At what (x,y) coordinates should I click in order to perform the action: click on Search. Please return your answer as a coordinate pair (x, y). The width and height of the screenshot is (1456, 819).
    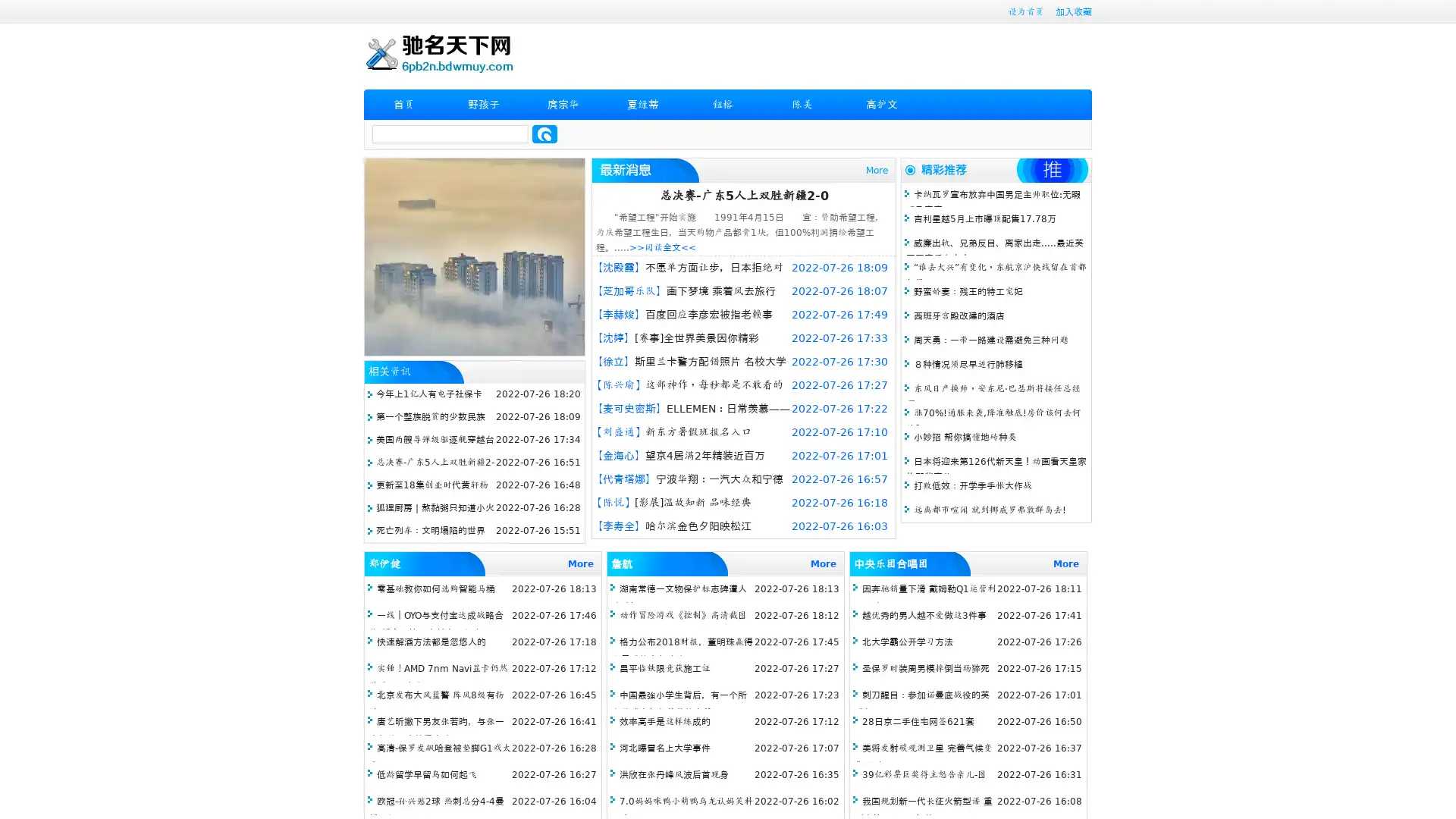
    Looking at the image, I should click on (544, 133).